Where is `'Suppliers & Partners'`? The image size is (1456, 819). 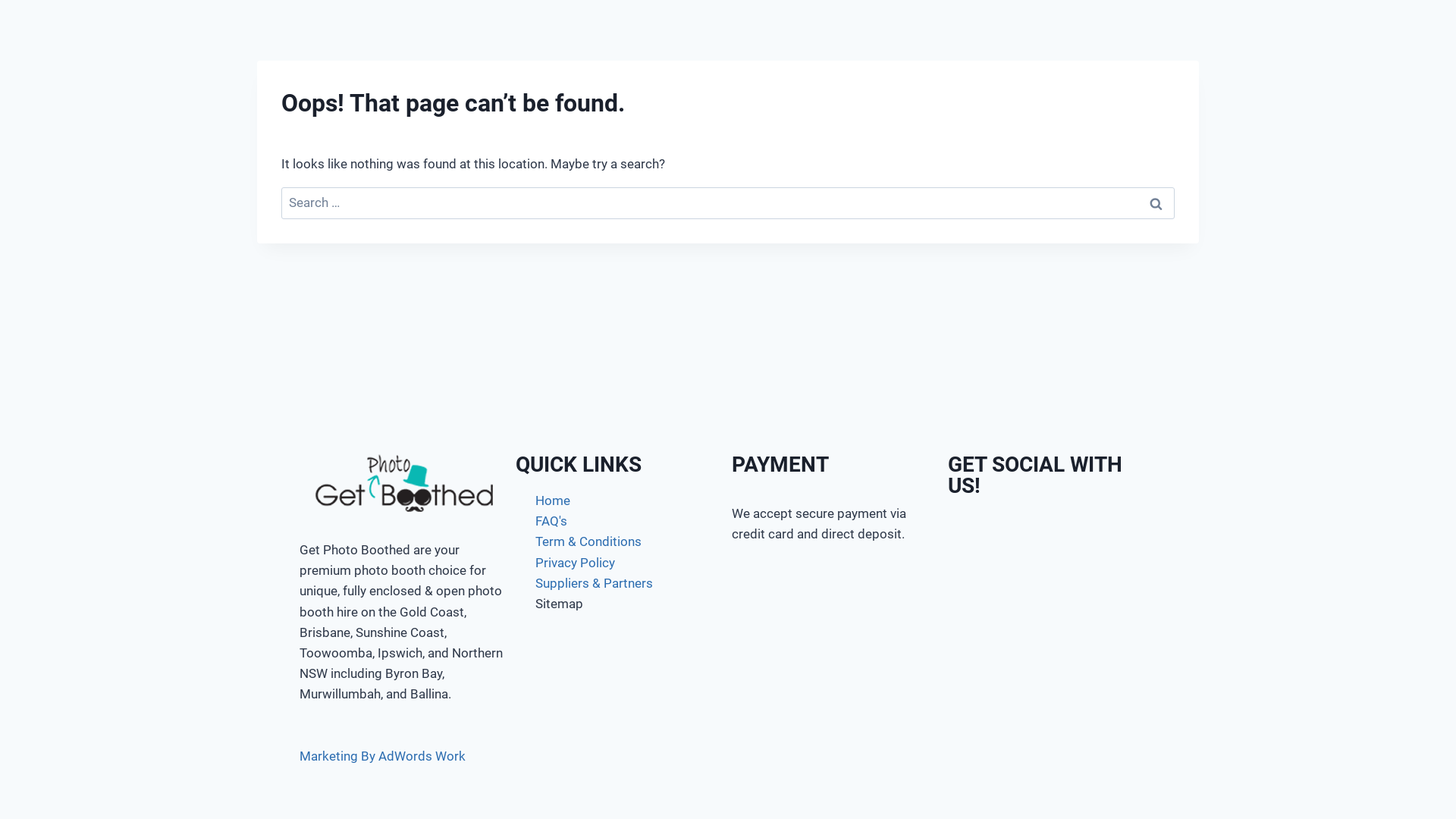
'Suppliers & Partners' is located at coordinates (620, 582).